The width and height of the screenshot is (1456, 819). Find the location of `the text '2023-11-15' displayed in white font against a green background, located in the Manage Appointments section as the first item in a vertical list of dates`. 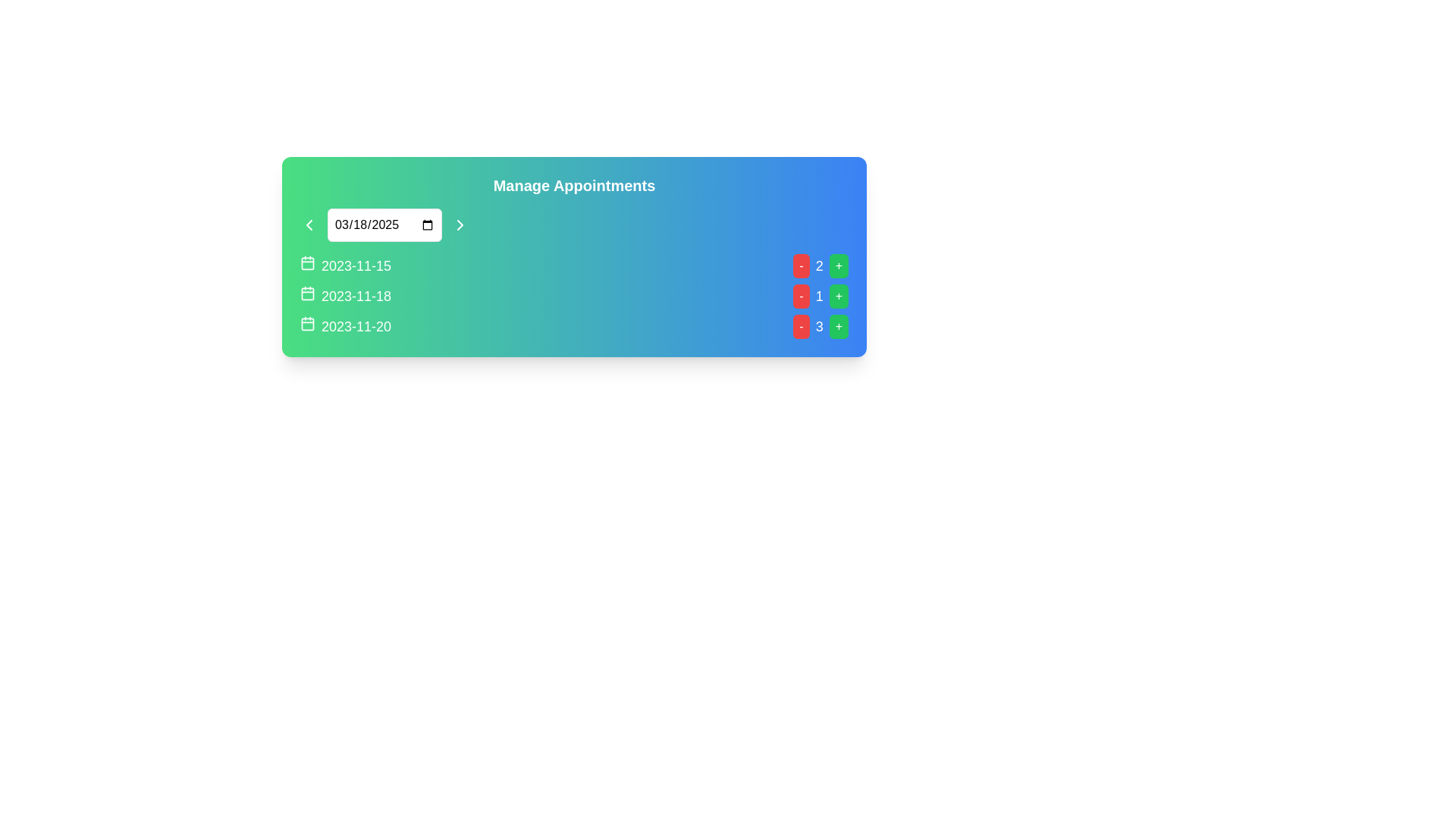

the text '2023-11-15' displayed in white font against a green background, located in the Manage Appointments section as the first item in a vertical list of dates is located at coordinates (345, 265).